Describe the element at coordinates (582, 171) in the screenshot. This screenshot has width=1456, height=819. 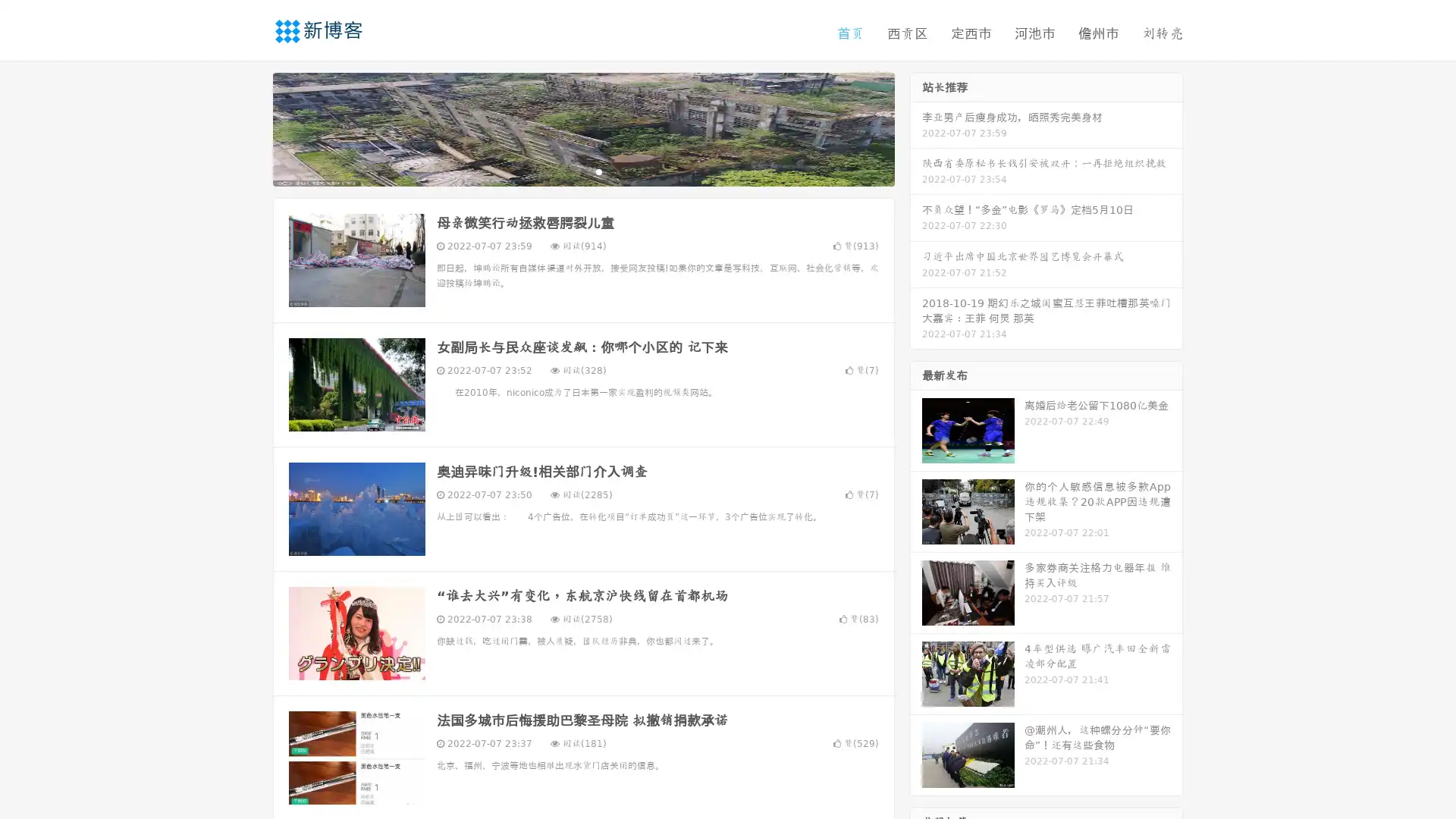
I see `Go to slide 2` at that location.